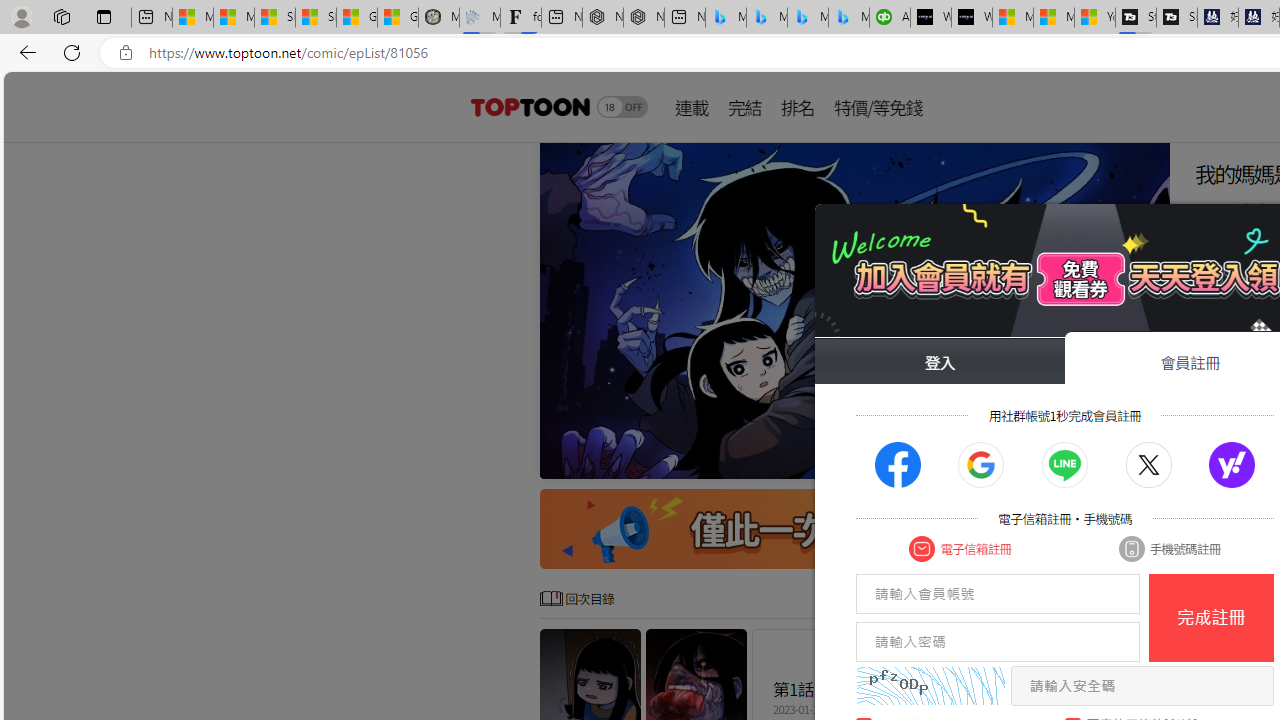 This screenshot has width=1280, height=720. What do you see at coordinates (855, 311) in the screenshot?
I see `'Class: swiper-slide swiper-slide-duplicate swiper-slide-next'` at bounding box center [855, 311].